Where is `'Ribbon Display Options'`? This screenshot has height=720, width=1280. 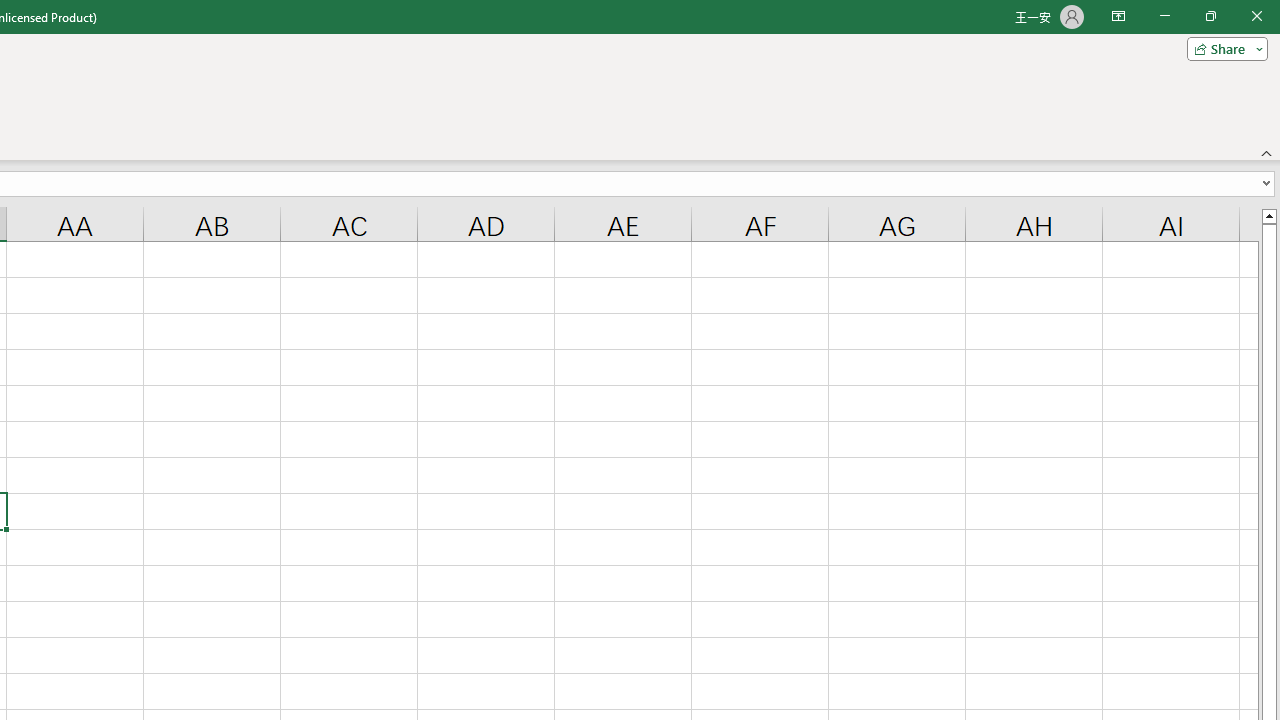 'Ribbon Display Options' is located at coordinates (1117, 16).